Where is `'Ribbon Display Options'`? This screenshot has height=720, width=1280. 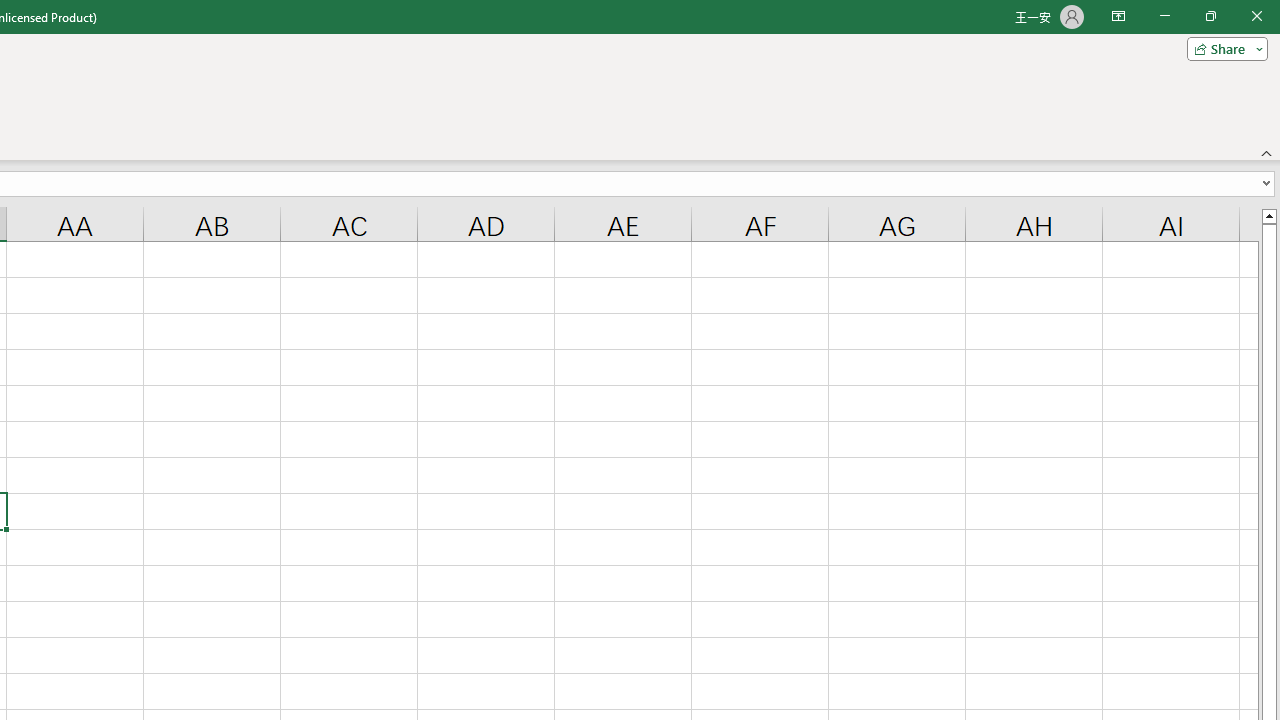 'Ribbon Display Options' is located at coordinates (1117, 16).